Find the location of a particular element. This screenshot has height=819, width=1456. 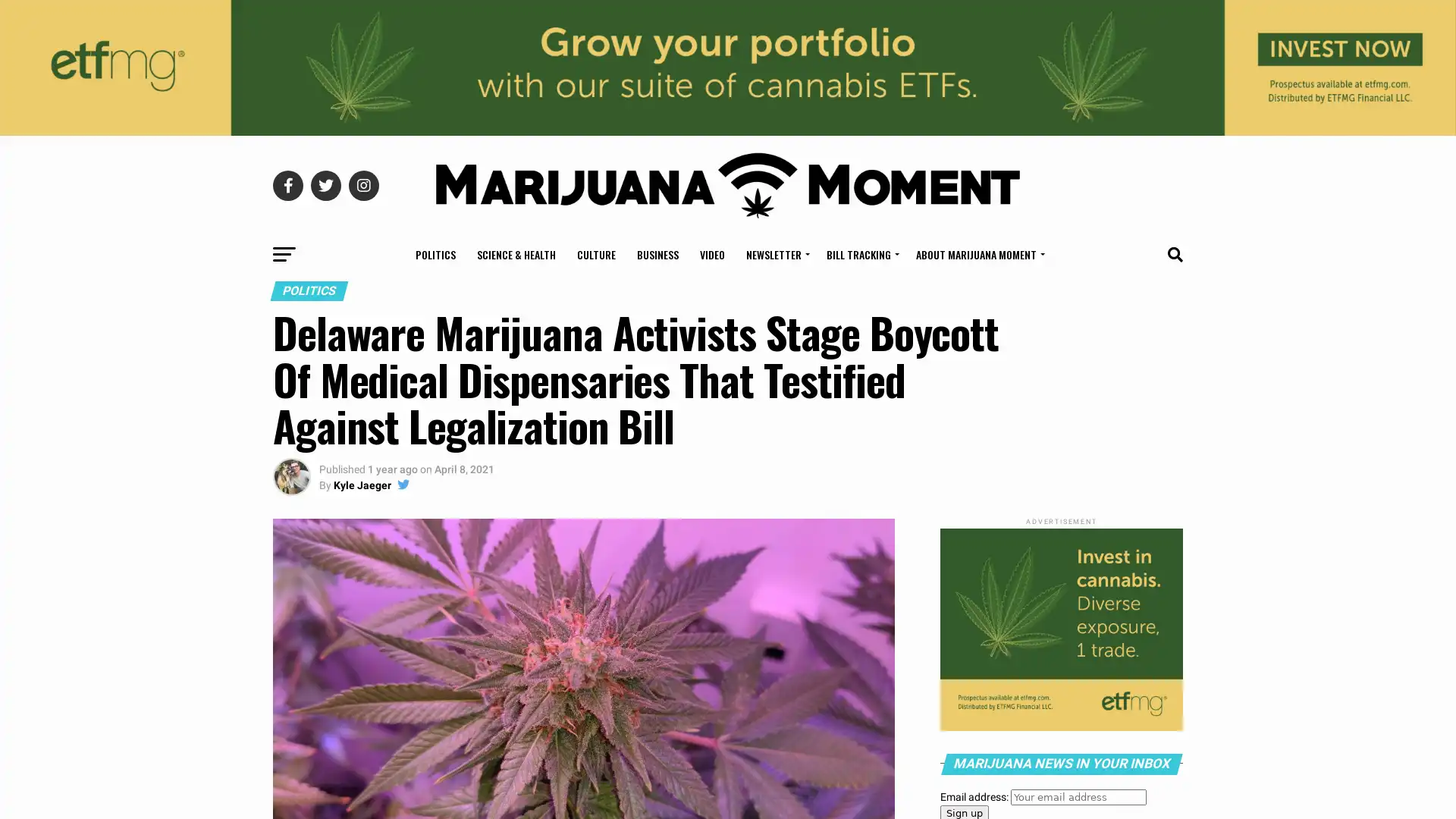

Sign up is located at coordinates (643, 431).